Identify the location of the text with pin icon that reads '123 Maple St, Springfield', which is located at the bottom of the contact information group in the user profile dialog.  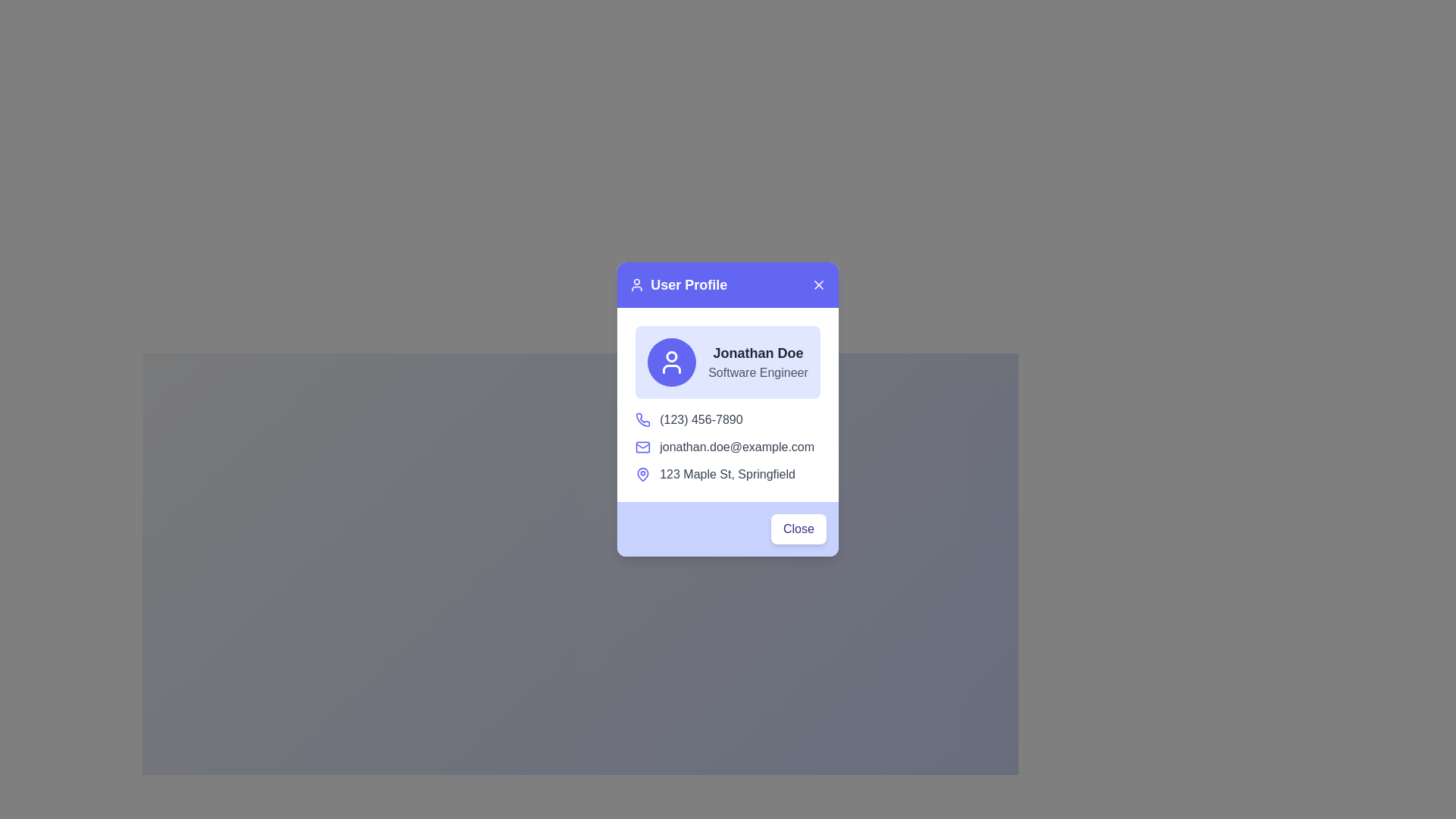
(728, 473).